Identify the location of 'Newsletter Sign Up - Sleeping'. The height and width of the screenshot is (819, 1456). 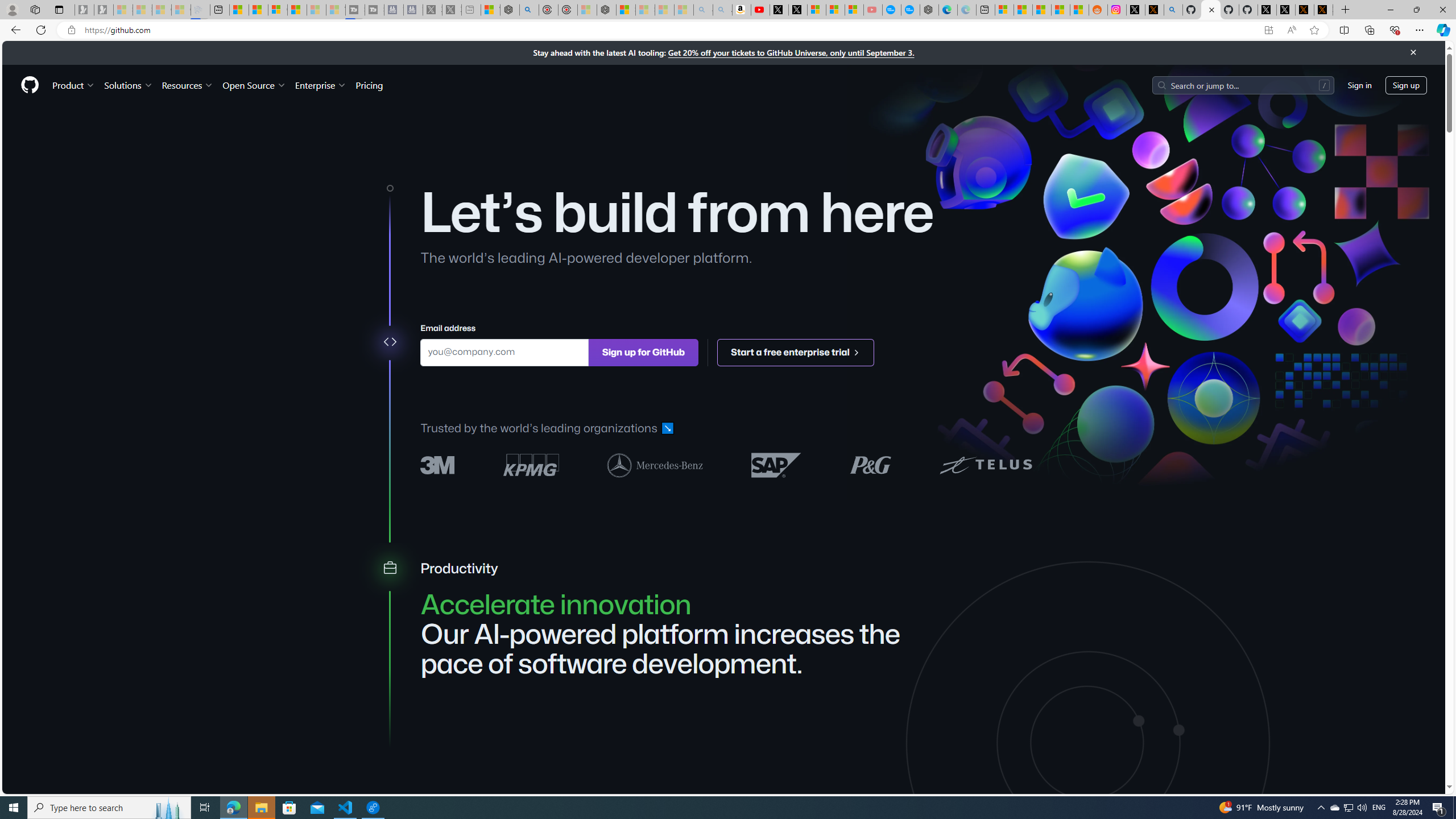
(102, 9).